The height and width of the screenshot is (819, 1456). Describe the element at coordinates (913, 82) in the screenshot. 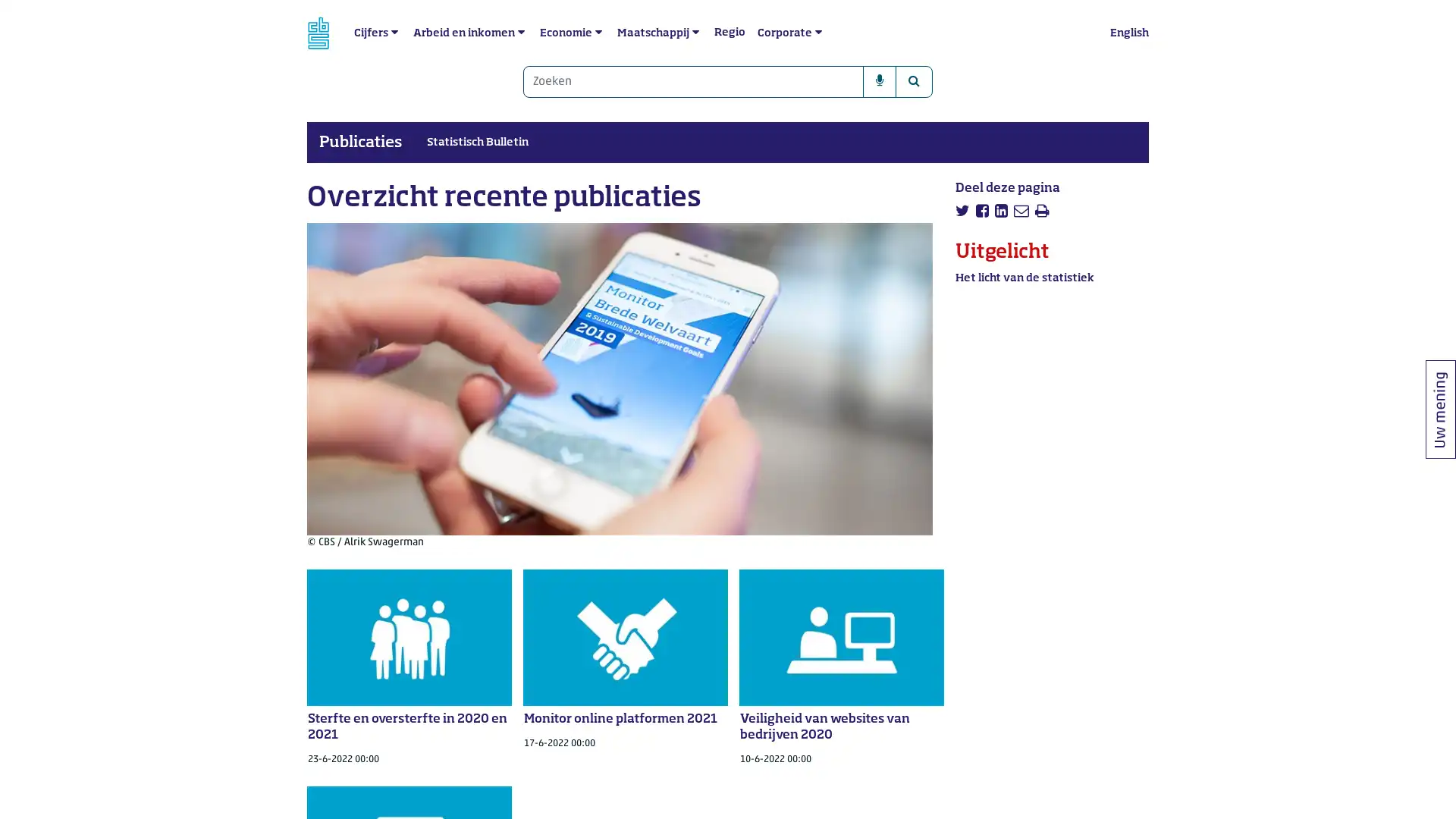

I see `Zoeken` at that location.